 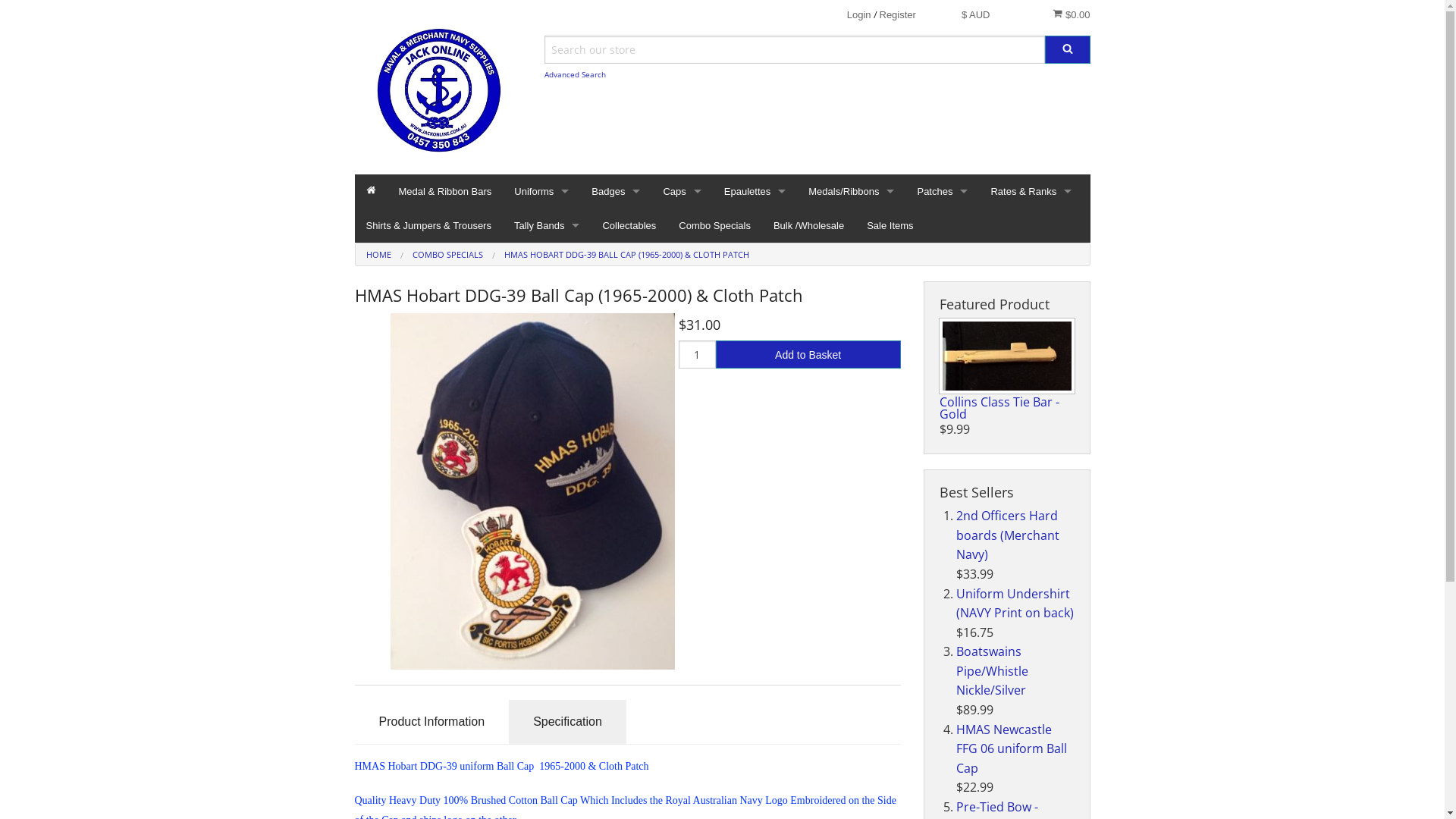 I want to click on 'Buttons', so click(x=541, y=347).